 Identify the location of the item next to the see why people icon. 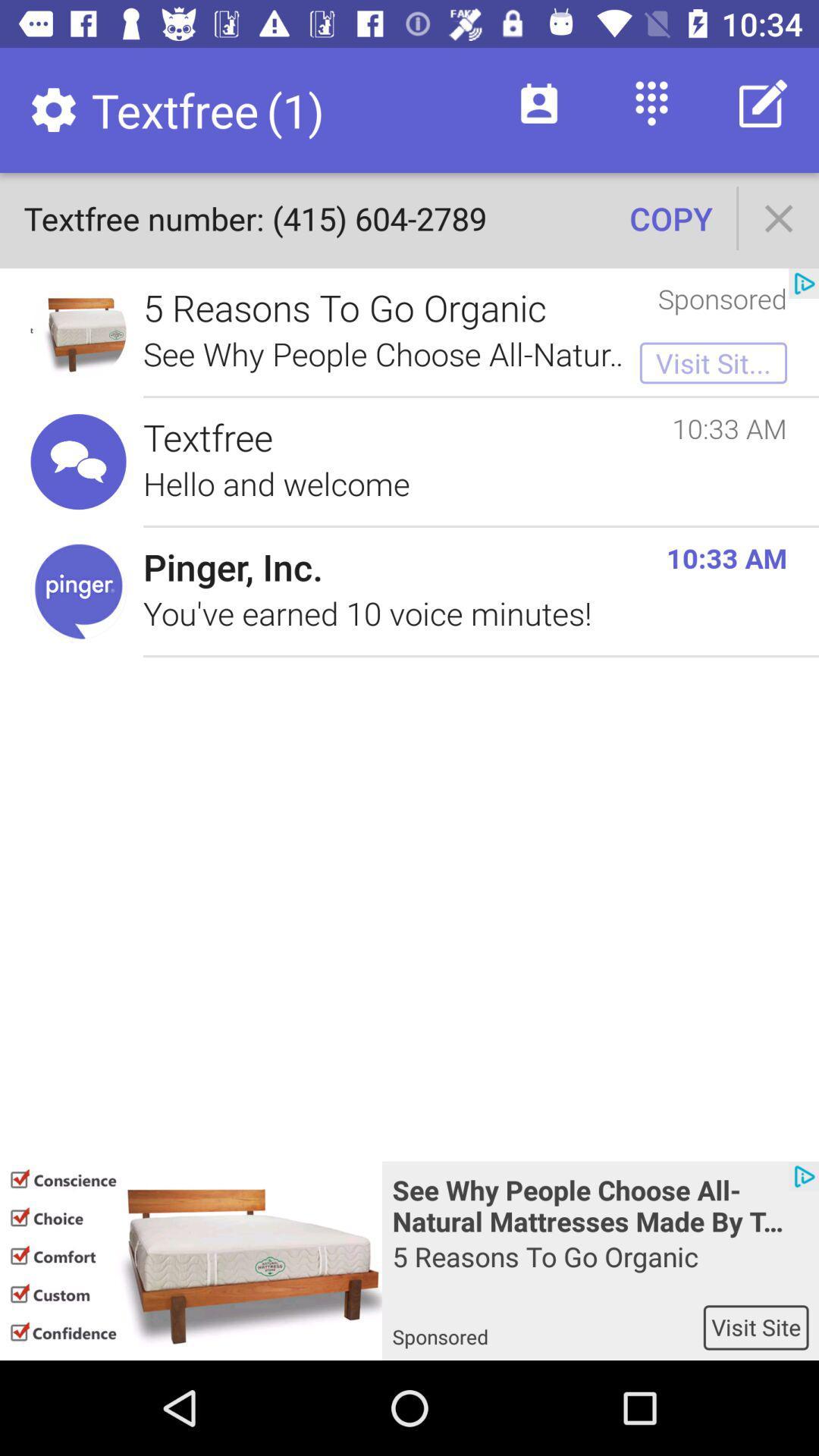
(190, 1260).